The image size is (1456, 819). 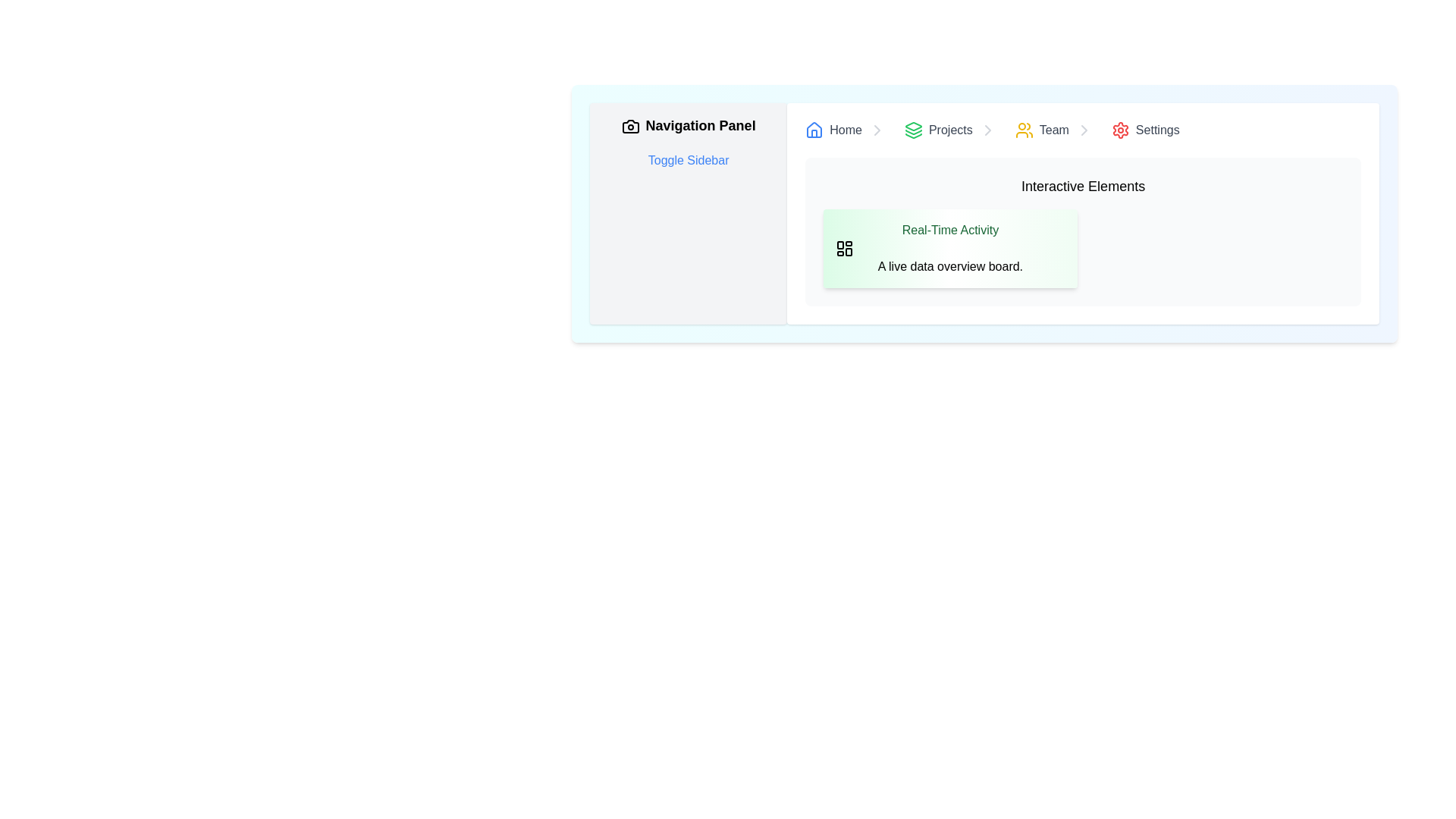 I want to click on the 'Projects' link in the breadcrumb navigation bar, which is styled with a standard font and accompanied by a green layered shapes icon, so click(x=937, y=130).